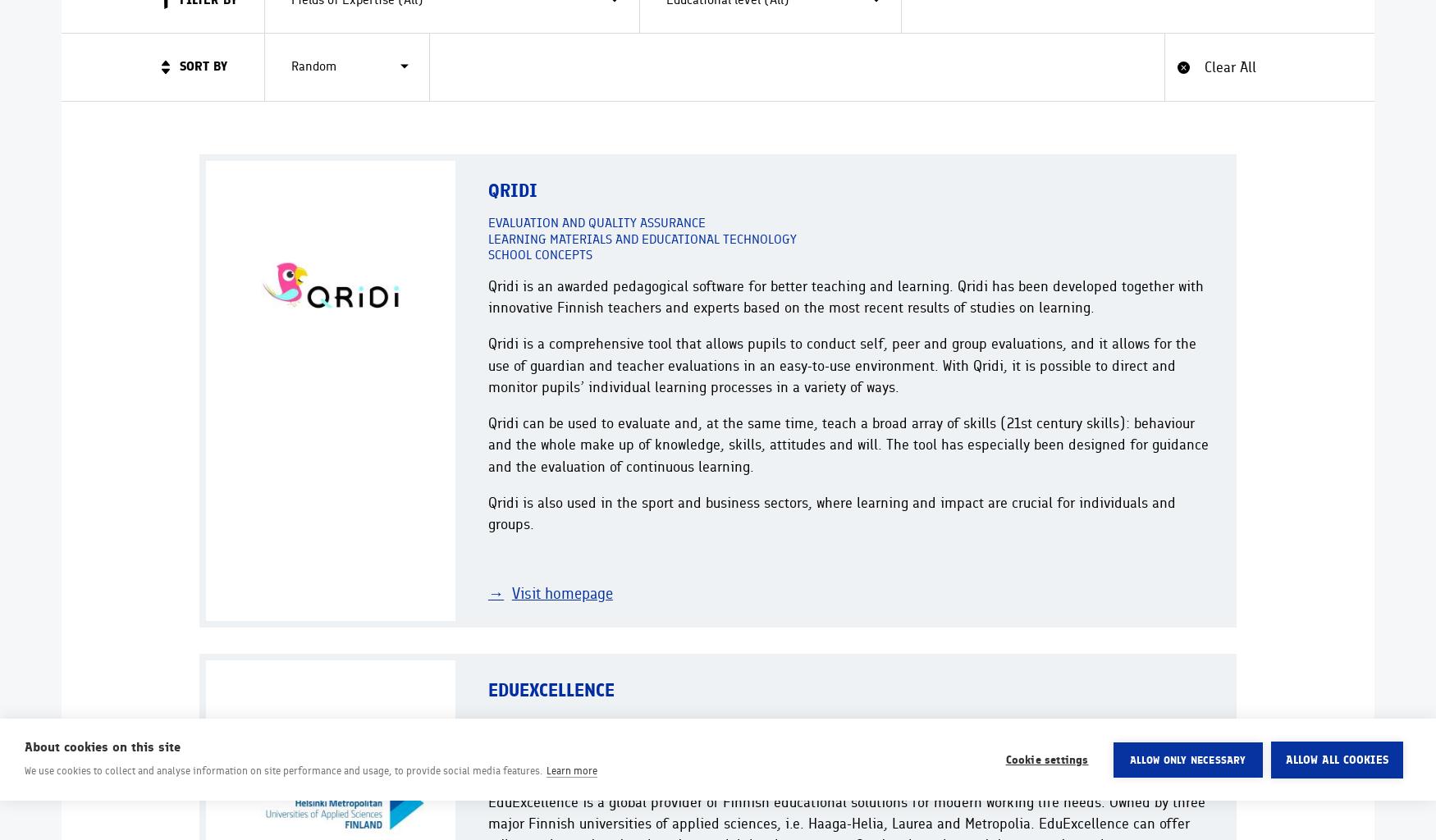 The width and height of the screenshot is (1436, 840). I want to click on 'EduExcellence', so click(551, 689).